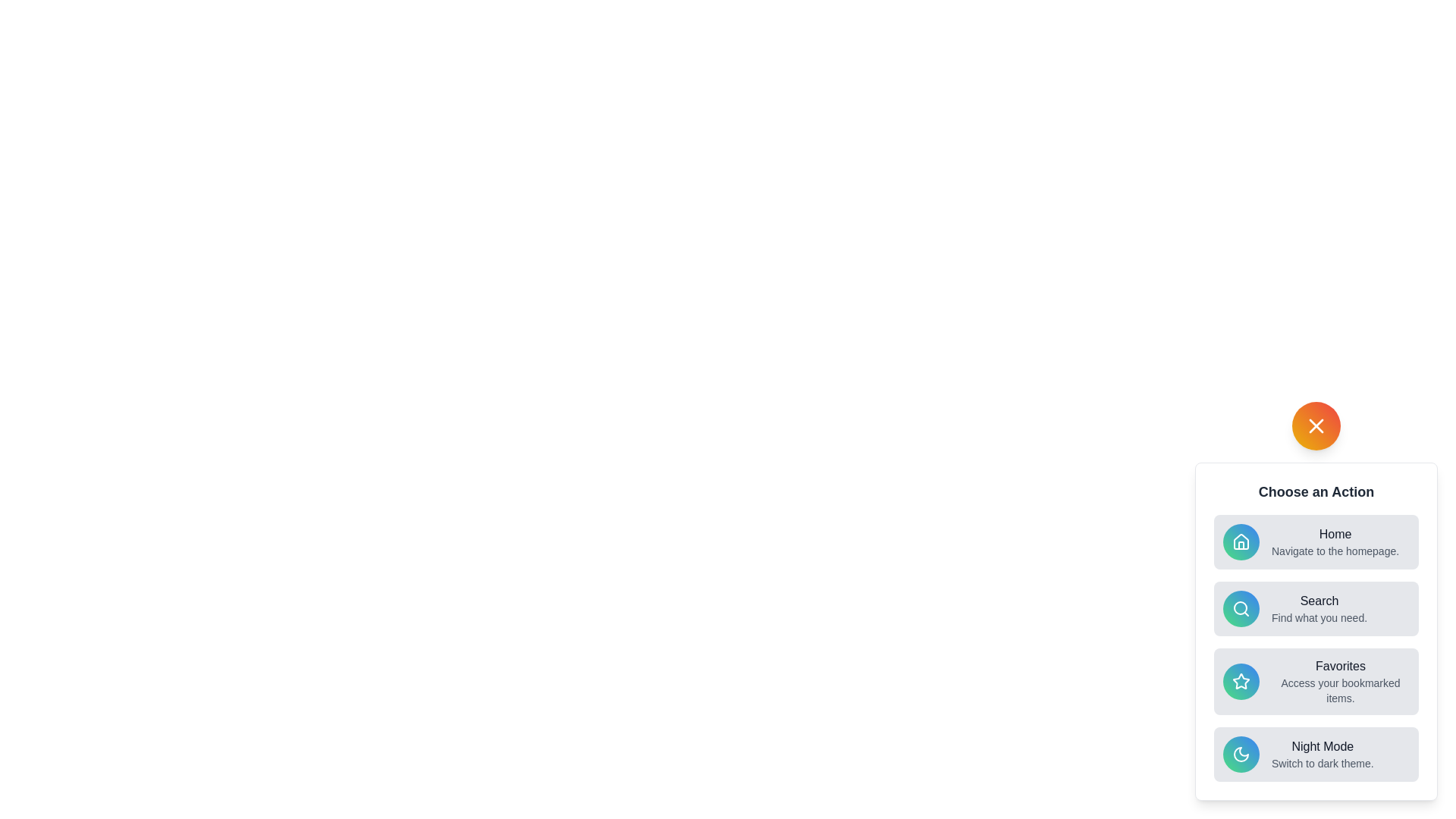  What do you see at coordinates (1316, 426) in the screenshot?
I see `central button to toggle the speed dial menu` at bounding box center [1316, 426].